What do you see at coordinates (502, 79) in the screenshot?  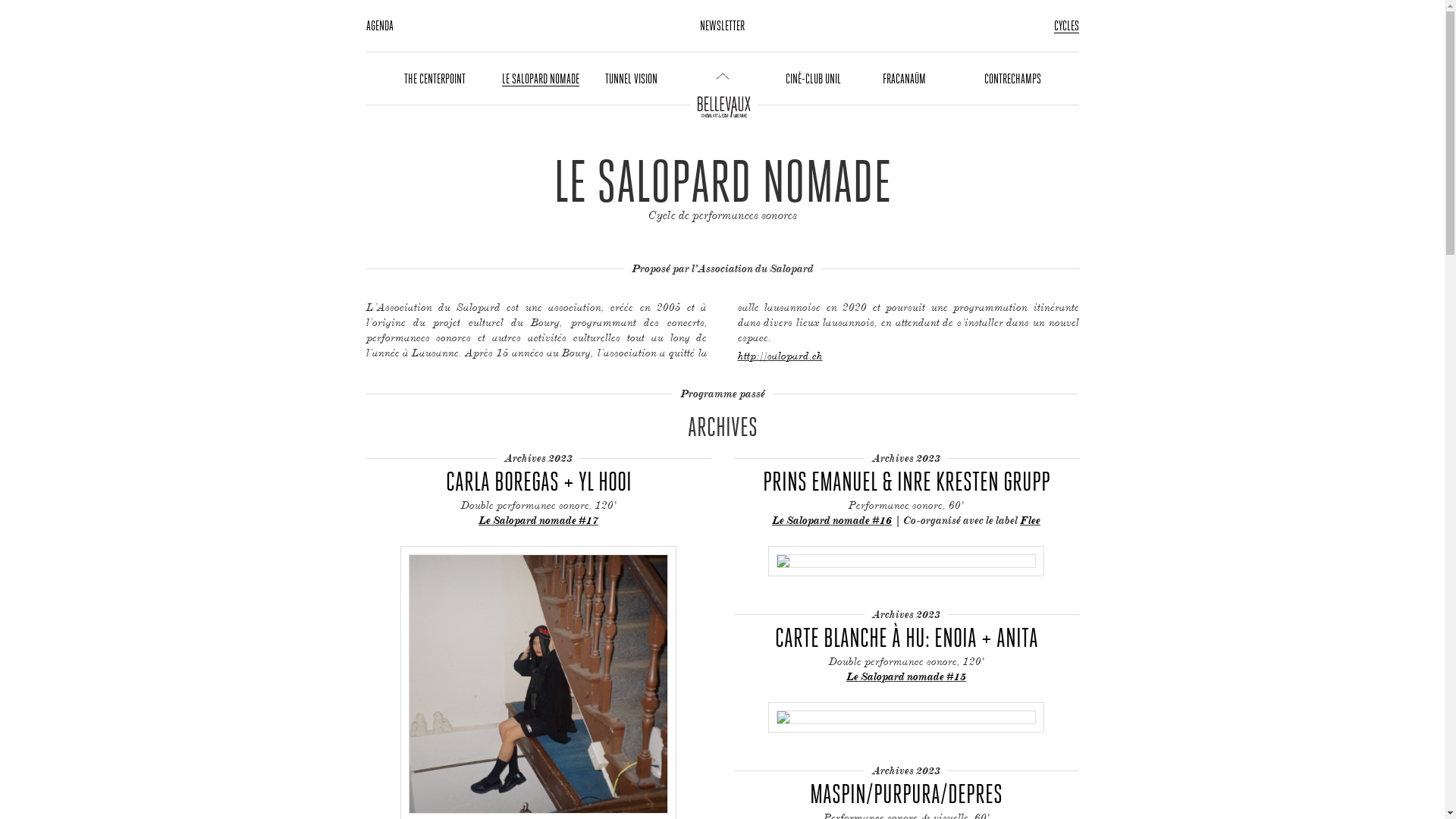 I see `'LE SALOPARD NOMADE'` at bounding box center [502, 79].